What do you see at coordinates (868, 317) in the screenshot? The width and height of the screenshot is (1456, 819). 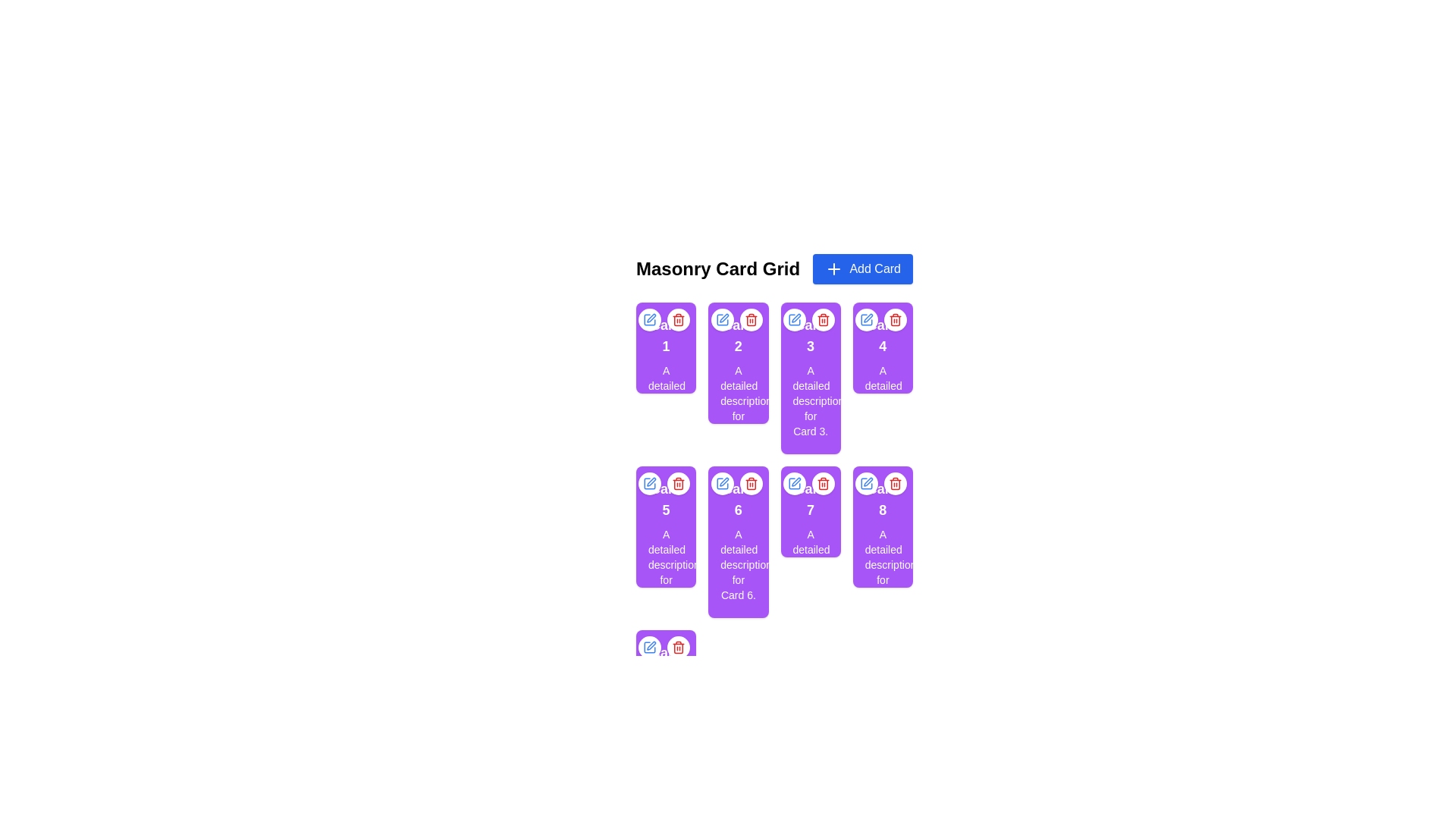 I see `the blue edit icon resembling a pen or pencil located in the top-left corner of the card` at bounding box center [868, 317].